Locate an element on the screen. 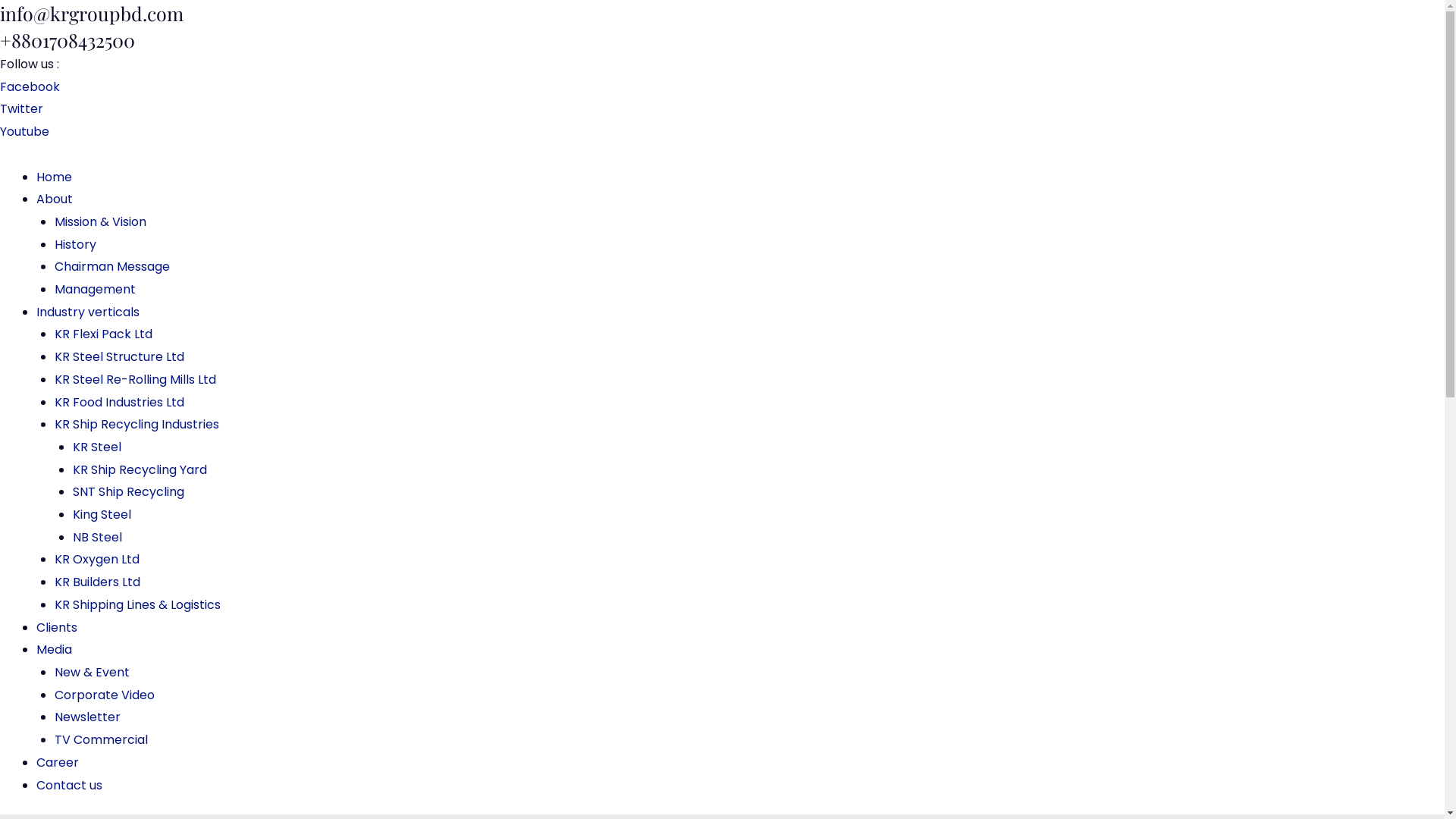 The height and width of the screenshot is (819, 1456). 'History' is located at coordinates (74, 243).